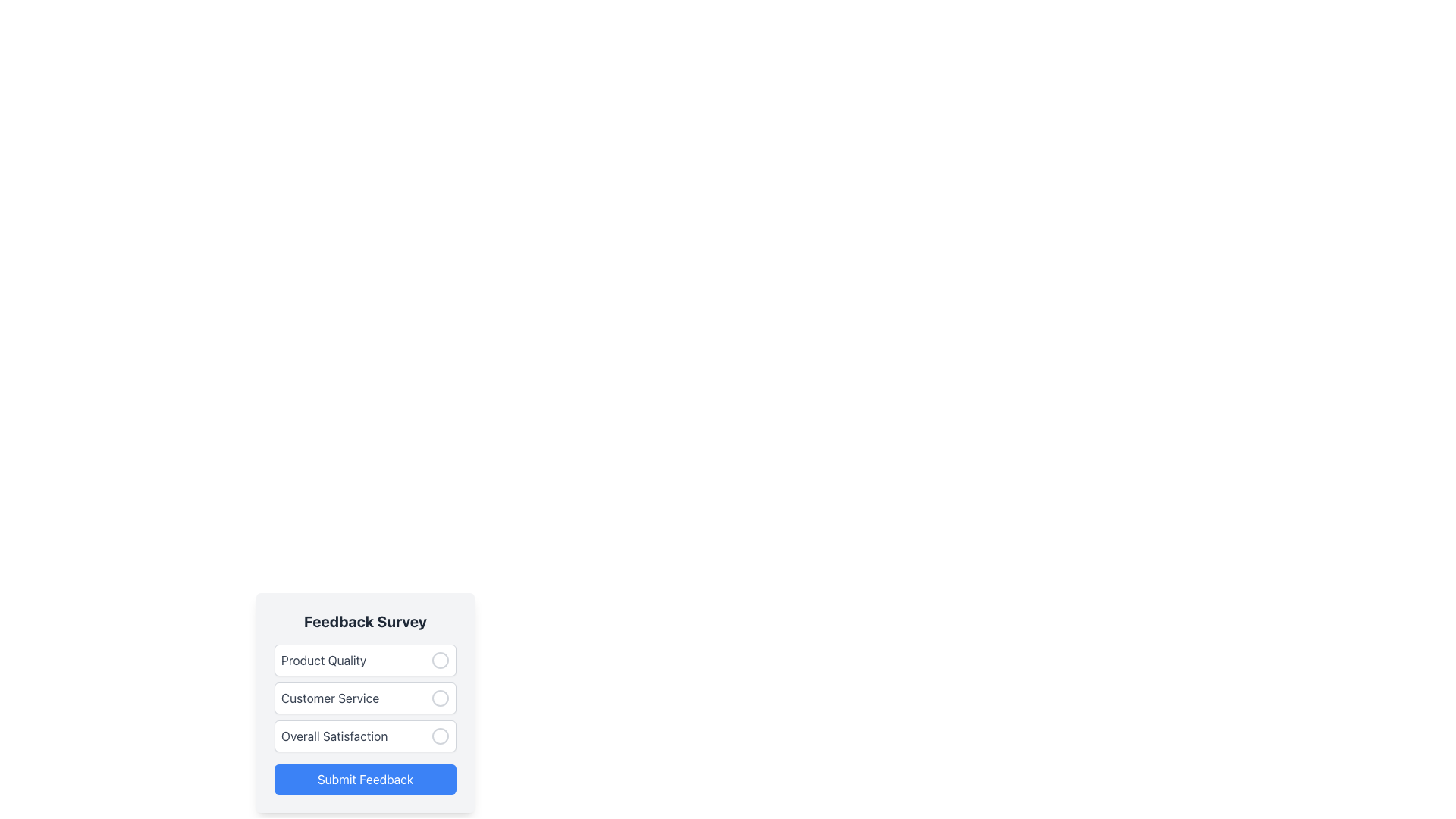  I want to click on the circular radio button for the 'Product Quality' option in the Feedback Survey list, so click(365, 660).